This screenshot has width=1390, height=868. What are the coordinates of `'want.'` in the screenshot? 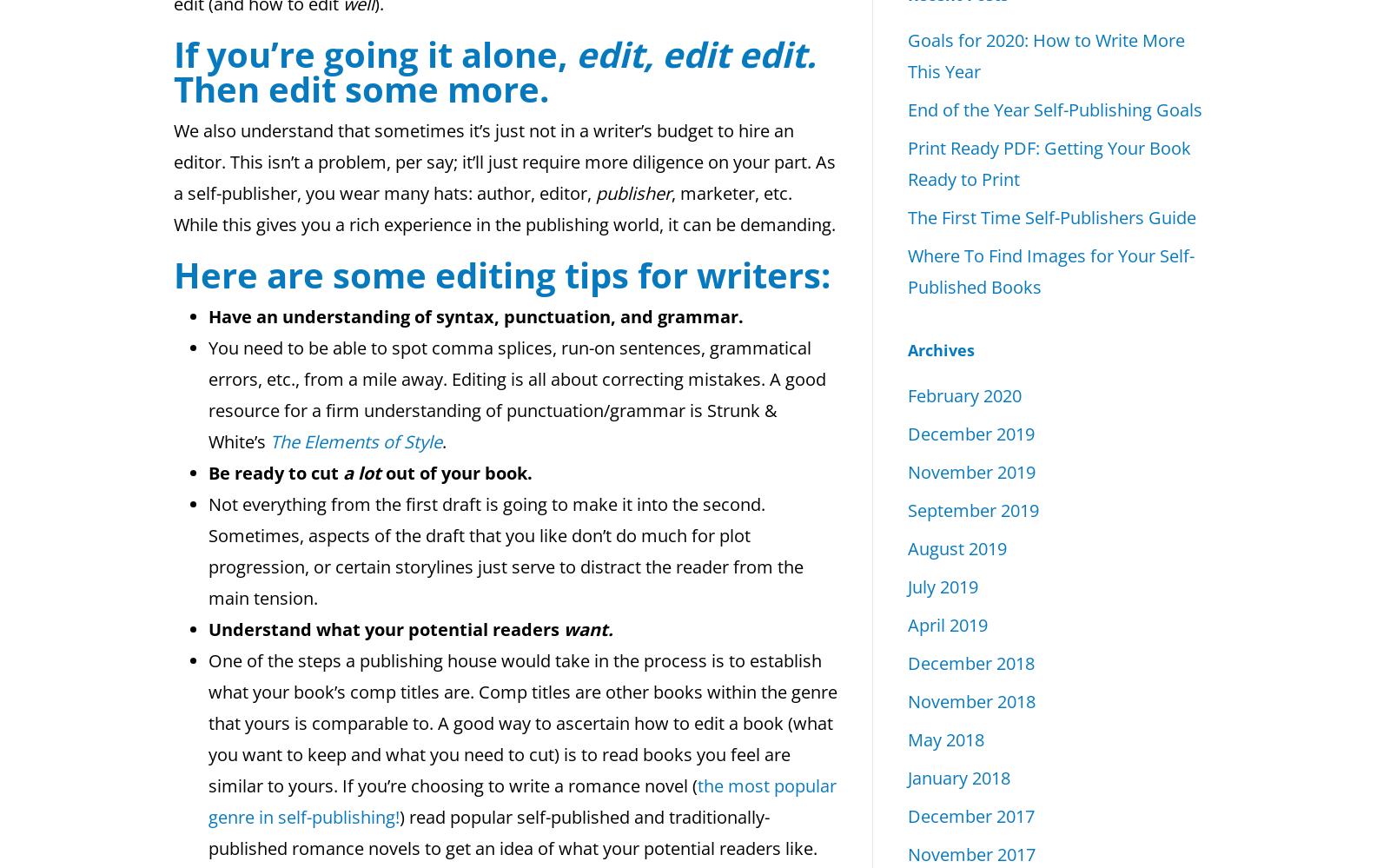 It's located at (588, 628).